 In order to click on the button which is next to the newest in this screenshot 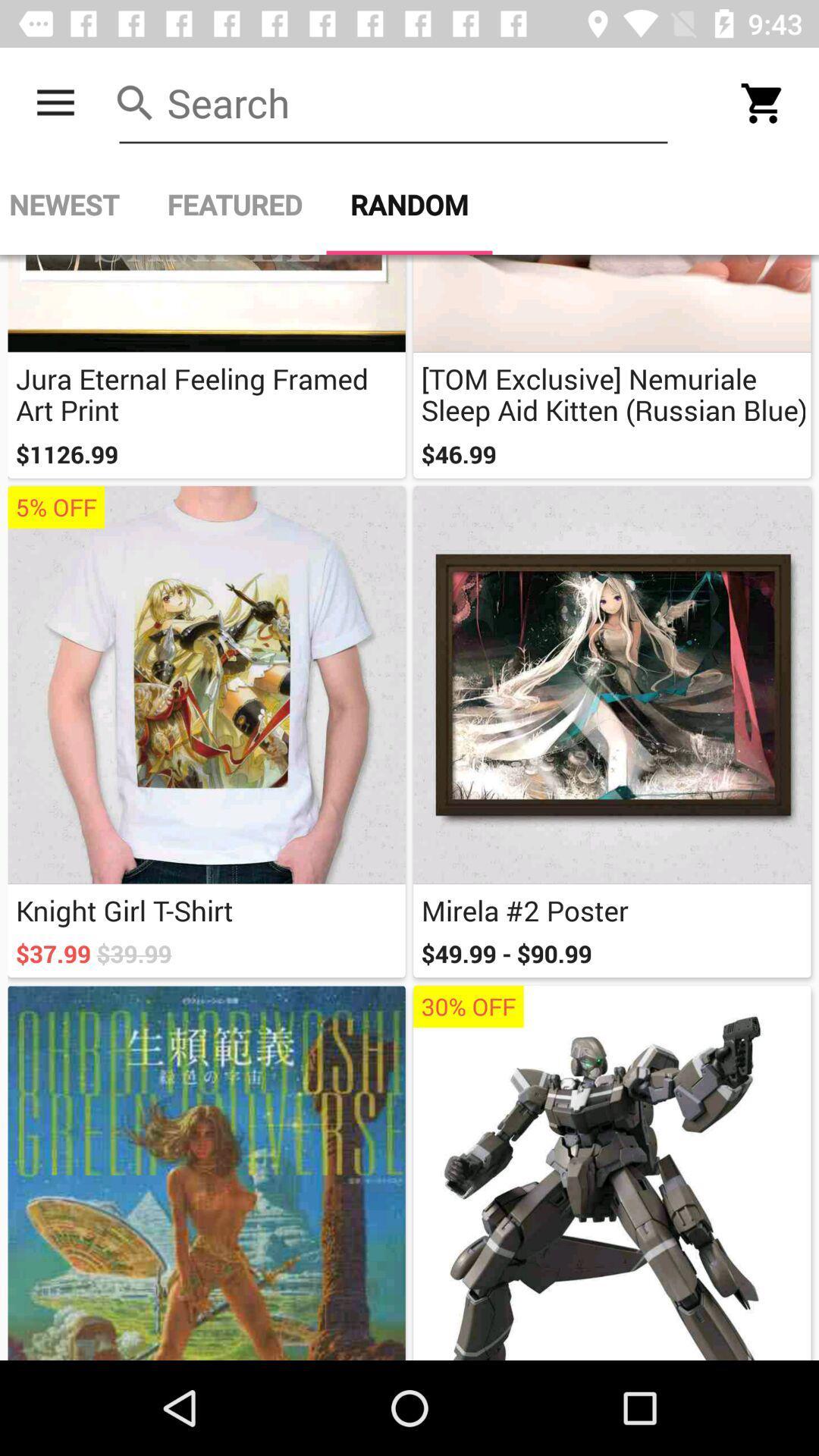, I will do `click(234, 204)`.